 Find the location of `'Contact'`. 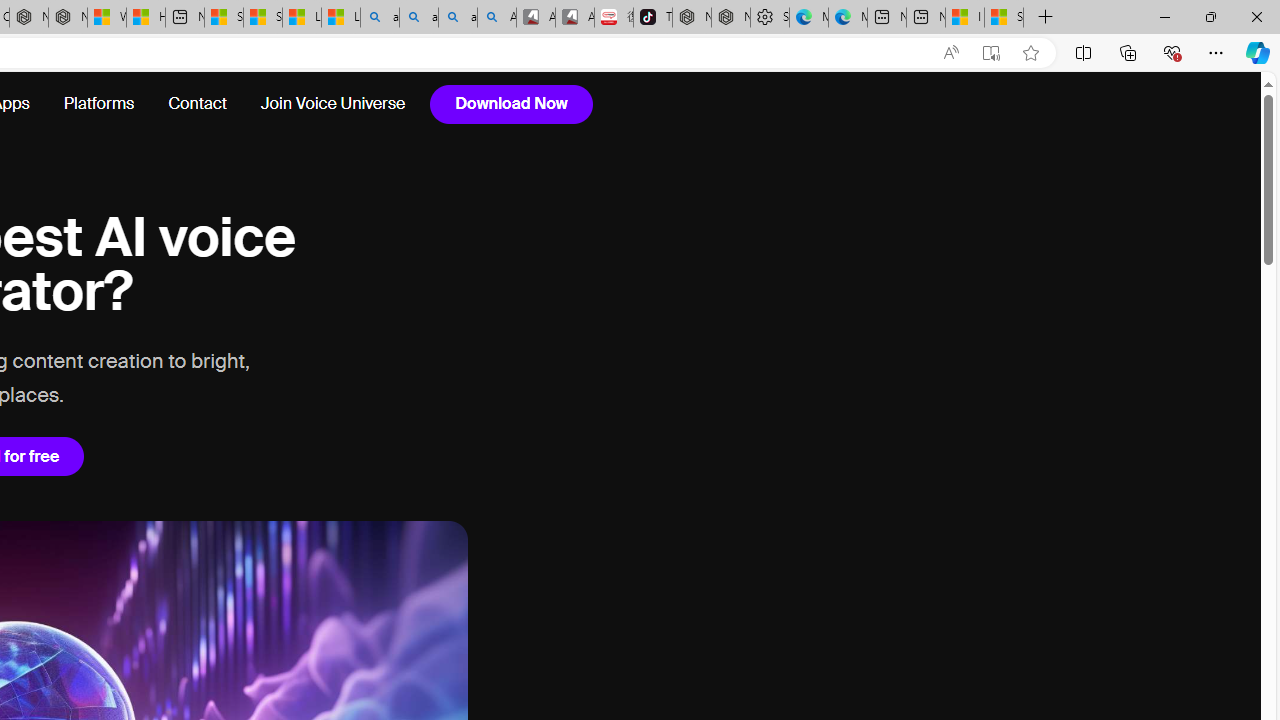

'Contact' is located at coordinates (197, 104).